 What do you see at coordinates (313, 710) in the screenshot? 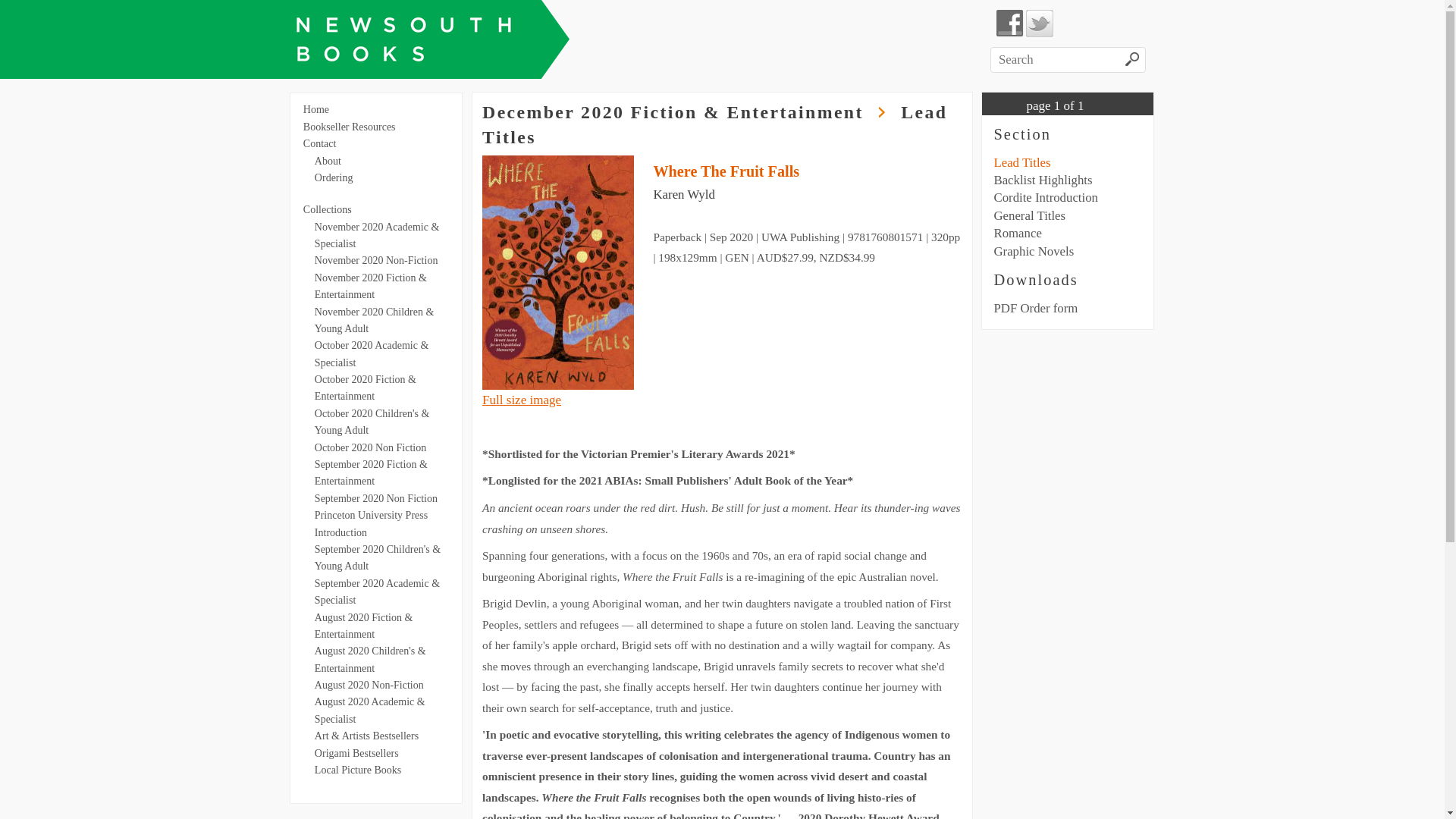
I see `'August 2020 Academic & Specialist'` at bounding box center [313, 710].